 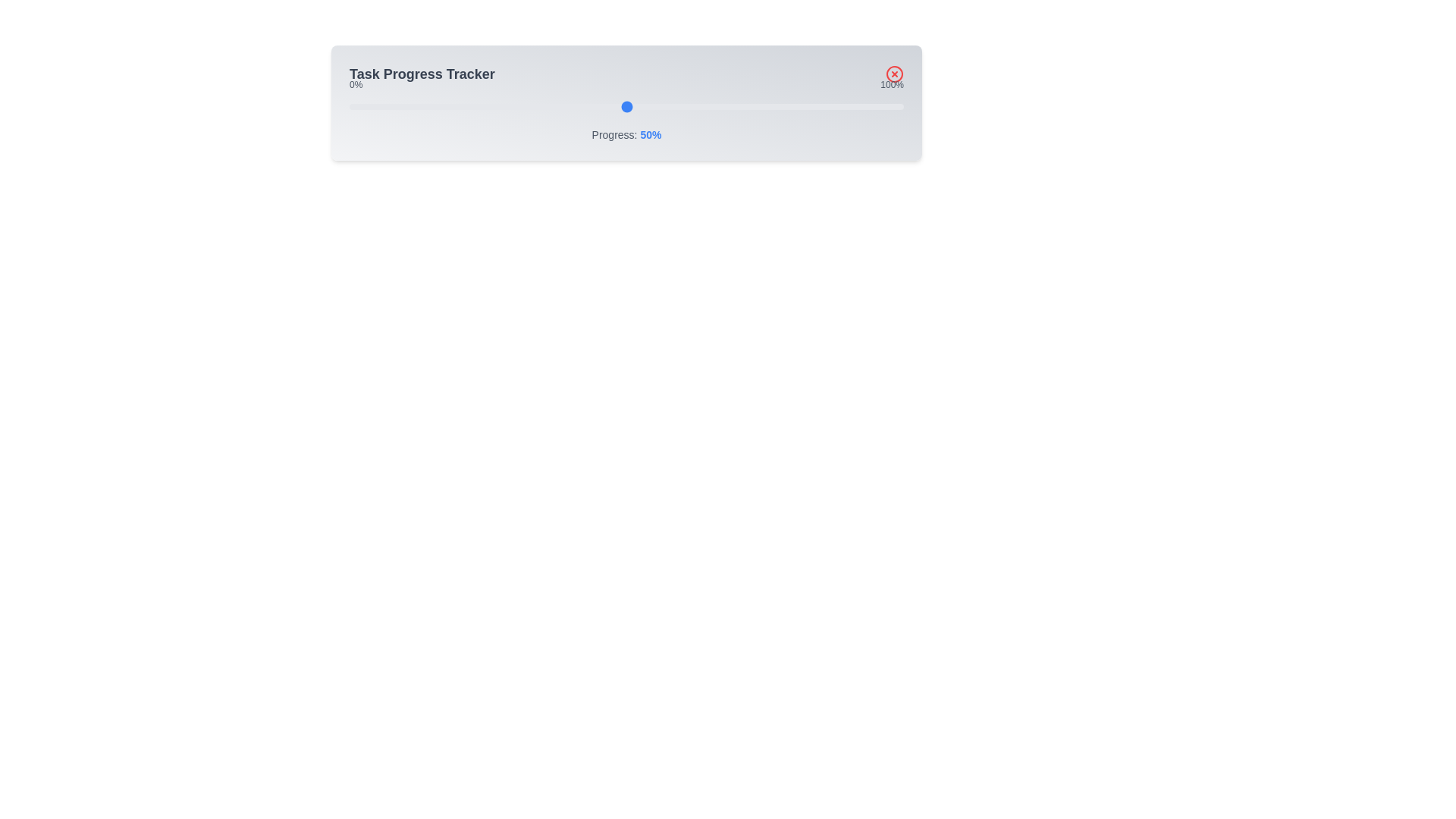 What do you see at coordinates (453, 106) in the screenshot?
I see `the slider` at bounding box center [453, 106].